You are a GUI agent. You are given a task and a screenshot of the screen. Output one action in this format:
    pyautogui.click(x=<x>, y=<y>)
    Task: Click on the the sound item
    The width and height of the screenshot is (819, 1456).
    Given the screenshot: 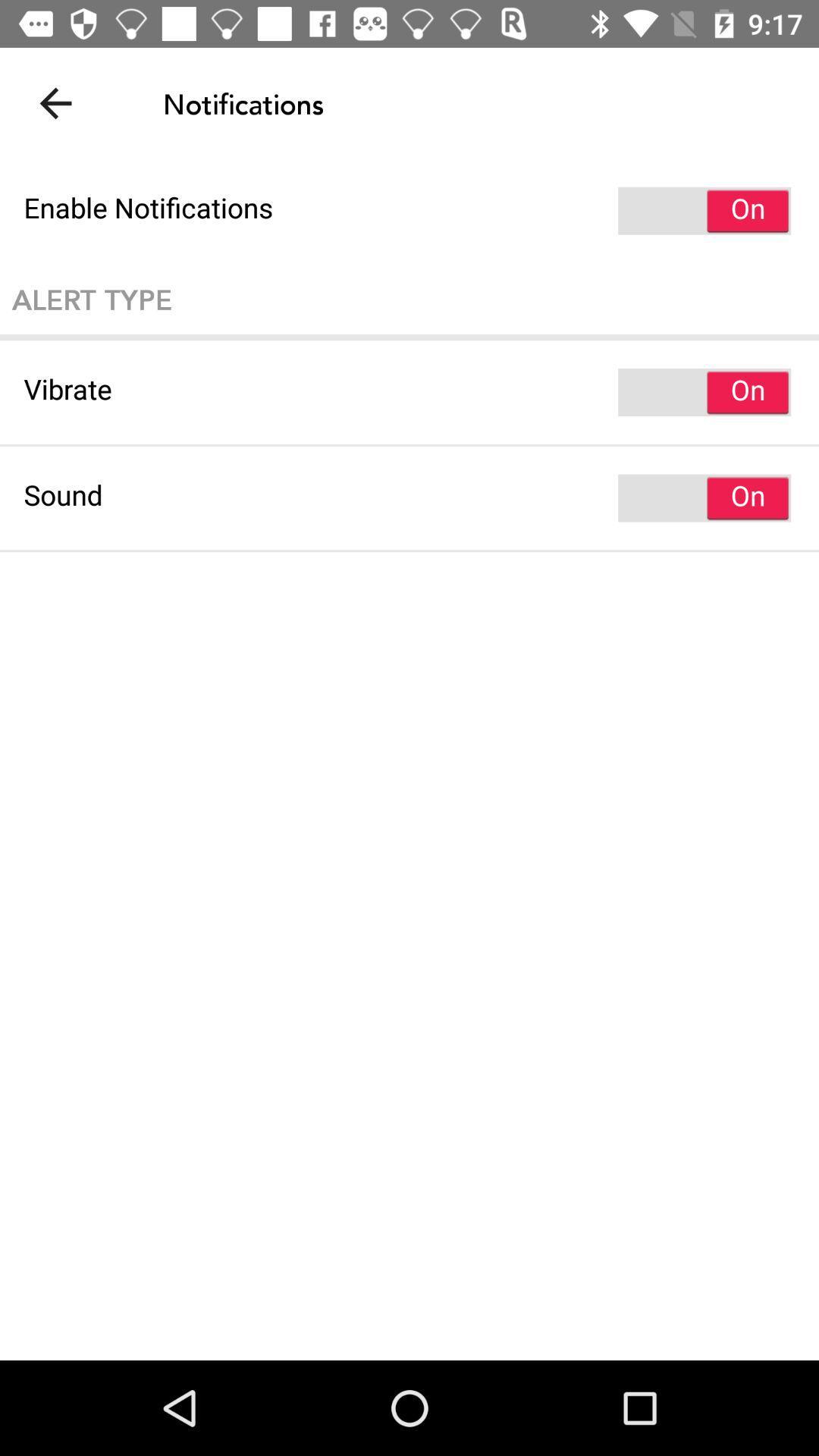 What is the action you would take?
    pyautogui.click(x=409, y=498)
    